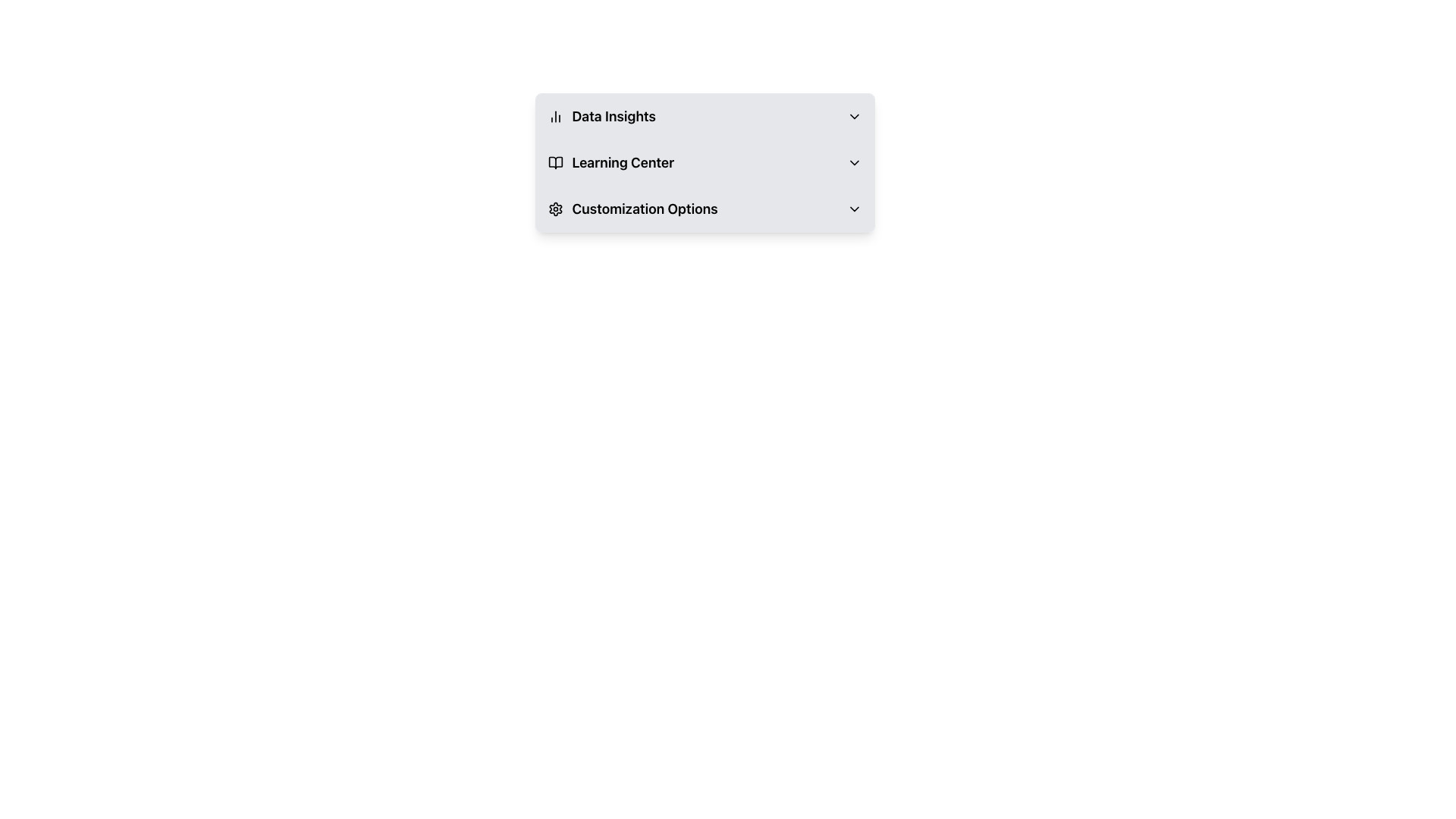 The width and height of the screenshot is (1456, 819). Describe the element at coordinates (854, 116) in the screenshot. I see `the small downward-facing chevron arrow icon located to the right of the text 'Data Insights'` at that location.